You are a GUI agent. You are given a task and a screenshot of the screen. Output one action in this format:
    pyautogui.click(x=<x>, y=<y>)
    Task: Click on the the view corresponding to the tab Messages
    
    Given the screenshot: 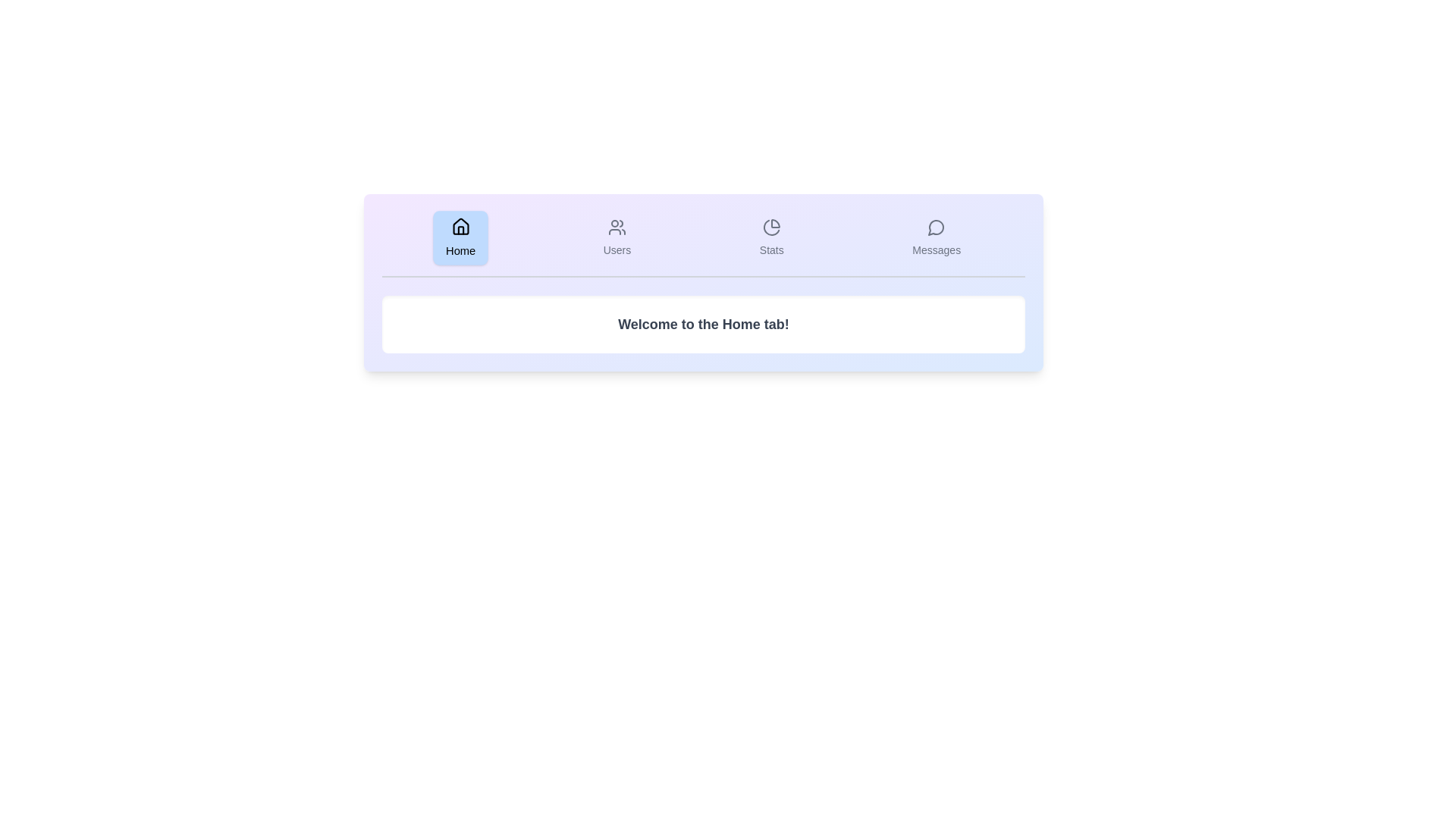 What is the action you would take?
    pyautogui.click(x=935, y=237)
    